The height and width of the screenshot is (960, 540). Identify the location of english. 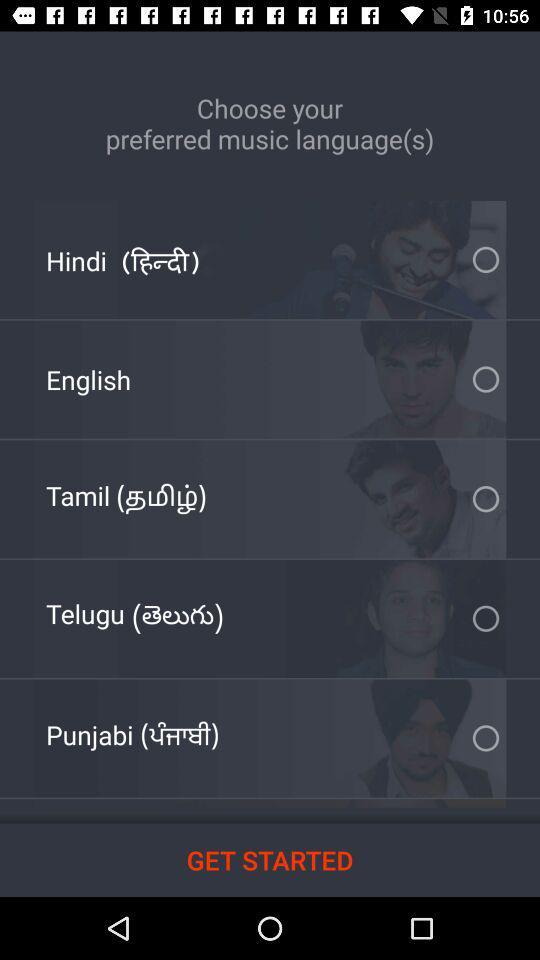
(87, 378).